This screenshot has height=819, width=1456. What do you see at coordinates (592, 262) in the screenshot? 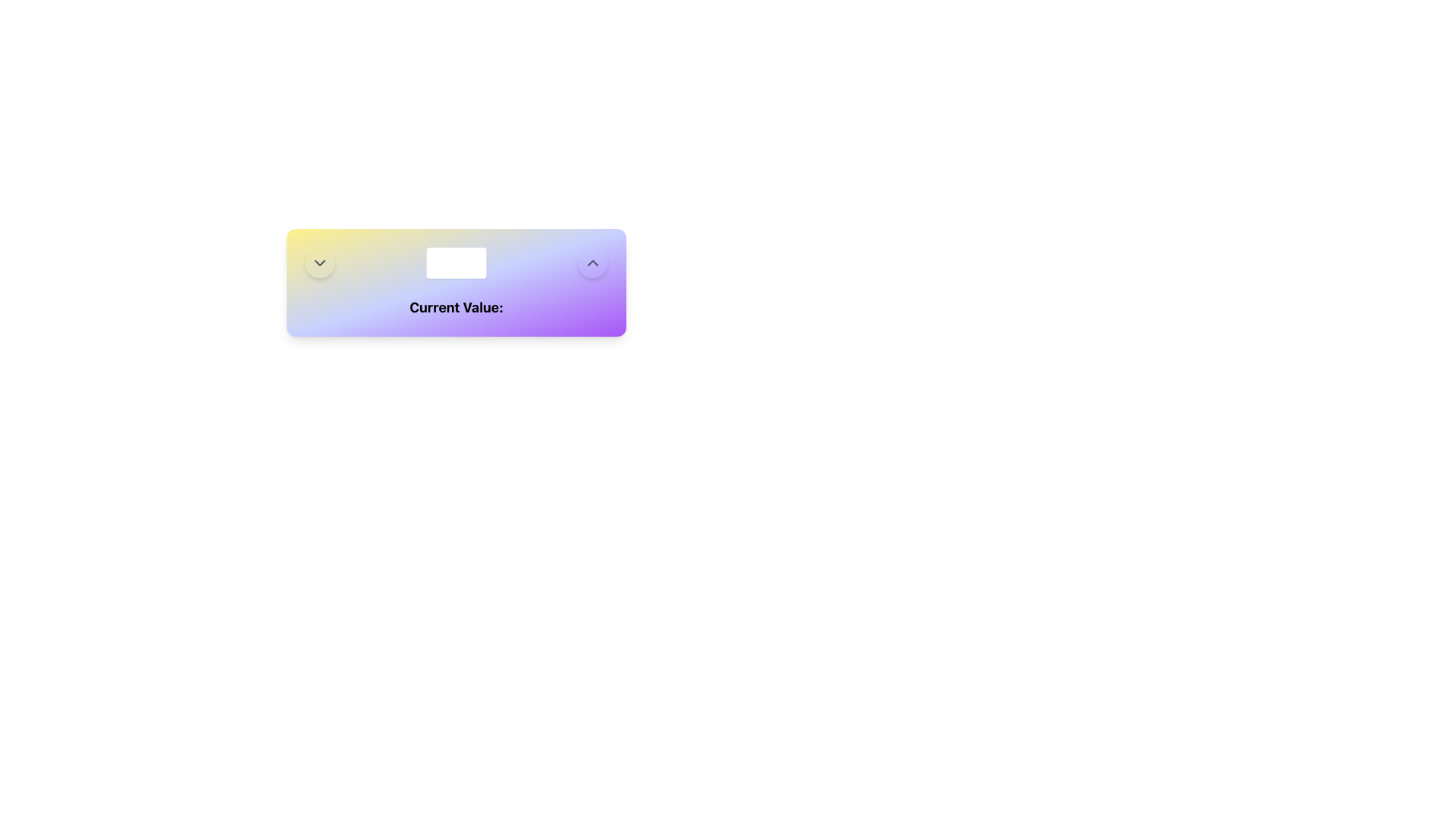
I see `the increment button located at the far right of the interface, adjacent to the central number input field, to increase the numerical value` at bounding box center [592, 262].